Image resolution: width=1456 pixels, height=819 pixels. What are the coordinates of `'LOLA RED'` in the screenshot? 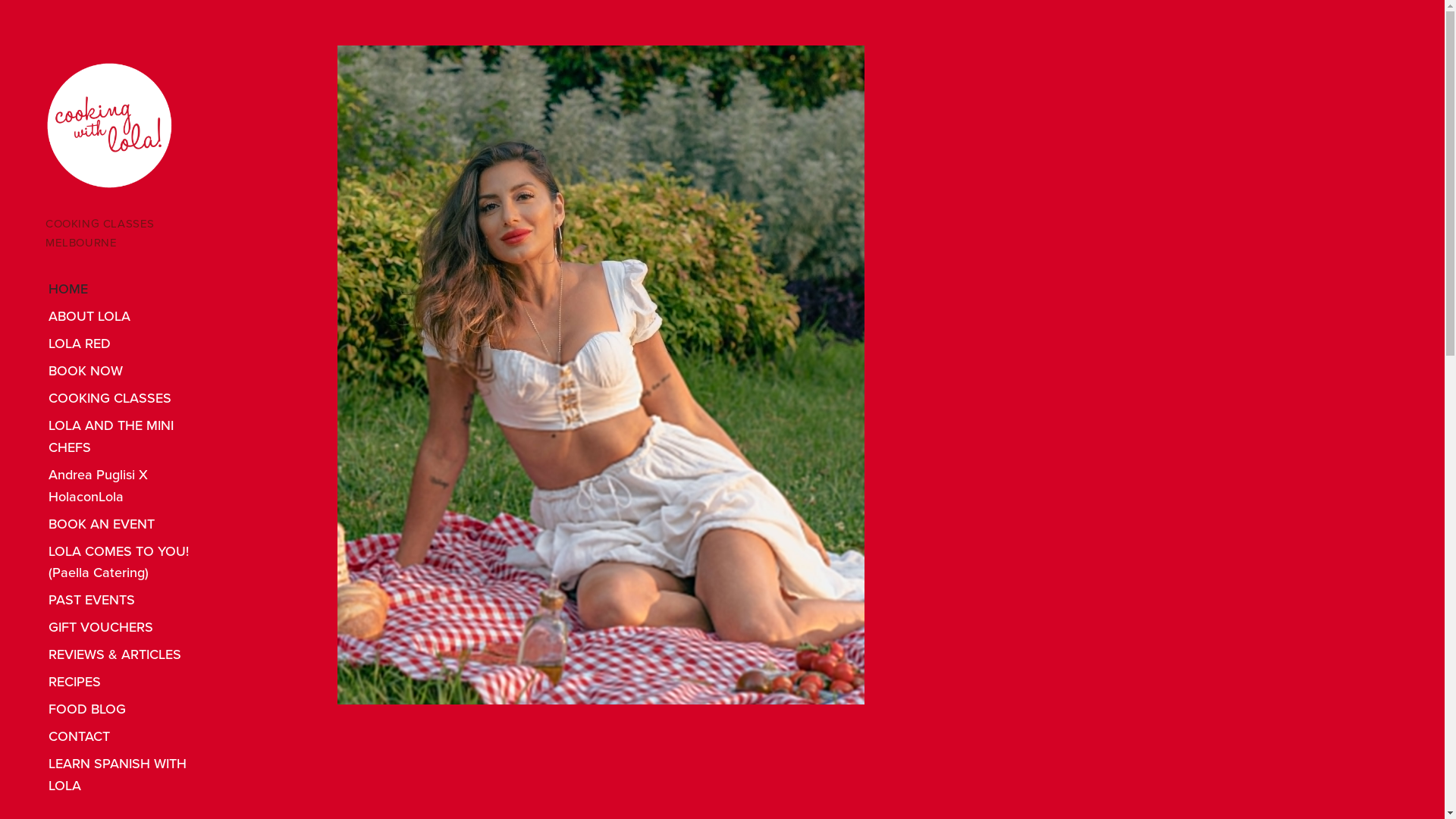 It's located at (127, 343).